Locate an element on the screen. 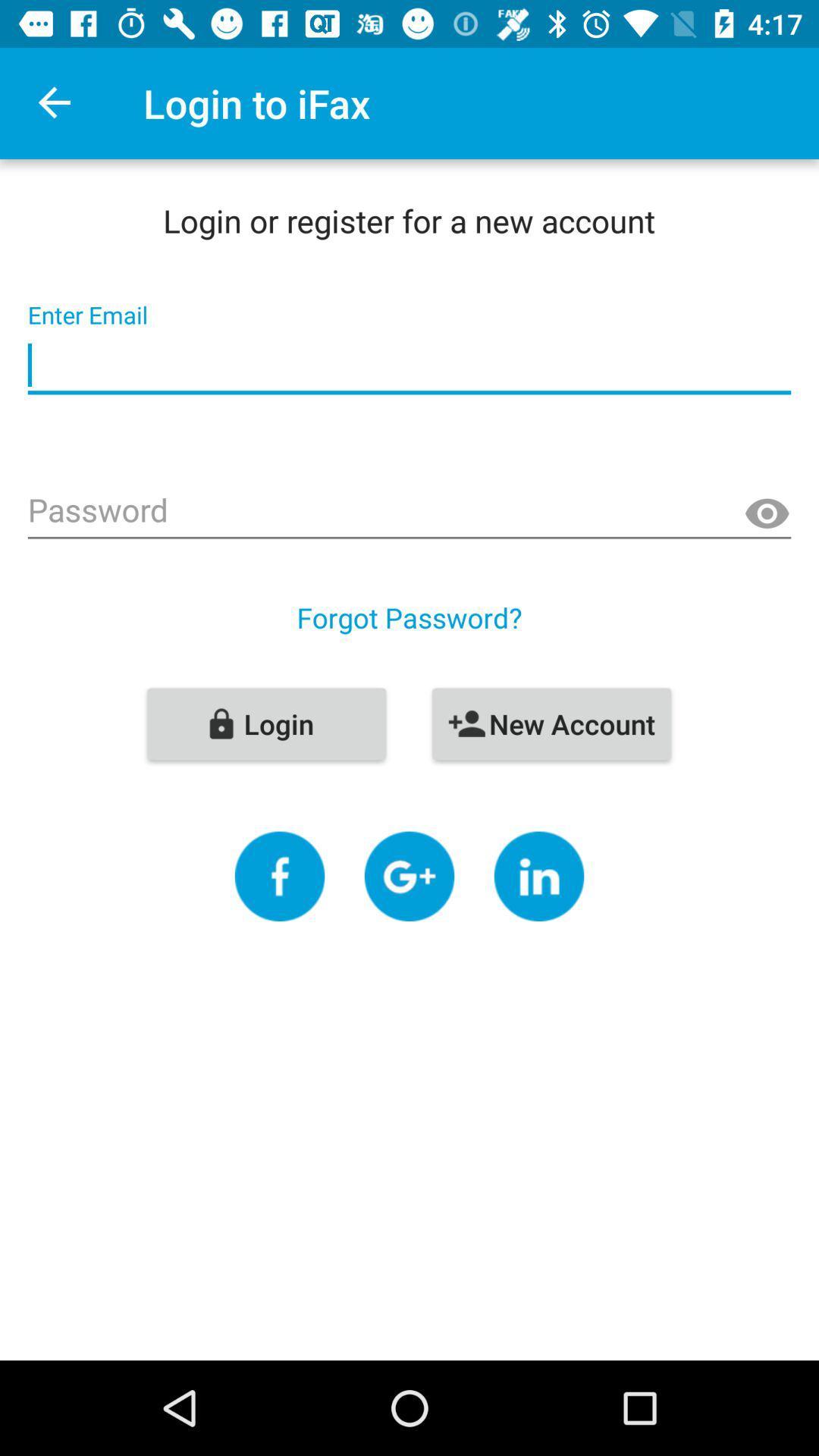  google plus button is located at coordinates (409, 876).